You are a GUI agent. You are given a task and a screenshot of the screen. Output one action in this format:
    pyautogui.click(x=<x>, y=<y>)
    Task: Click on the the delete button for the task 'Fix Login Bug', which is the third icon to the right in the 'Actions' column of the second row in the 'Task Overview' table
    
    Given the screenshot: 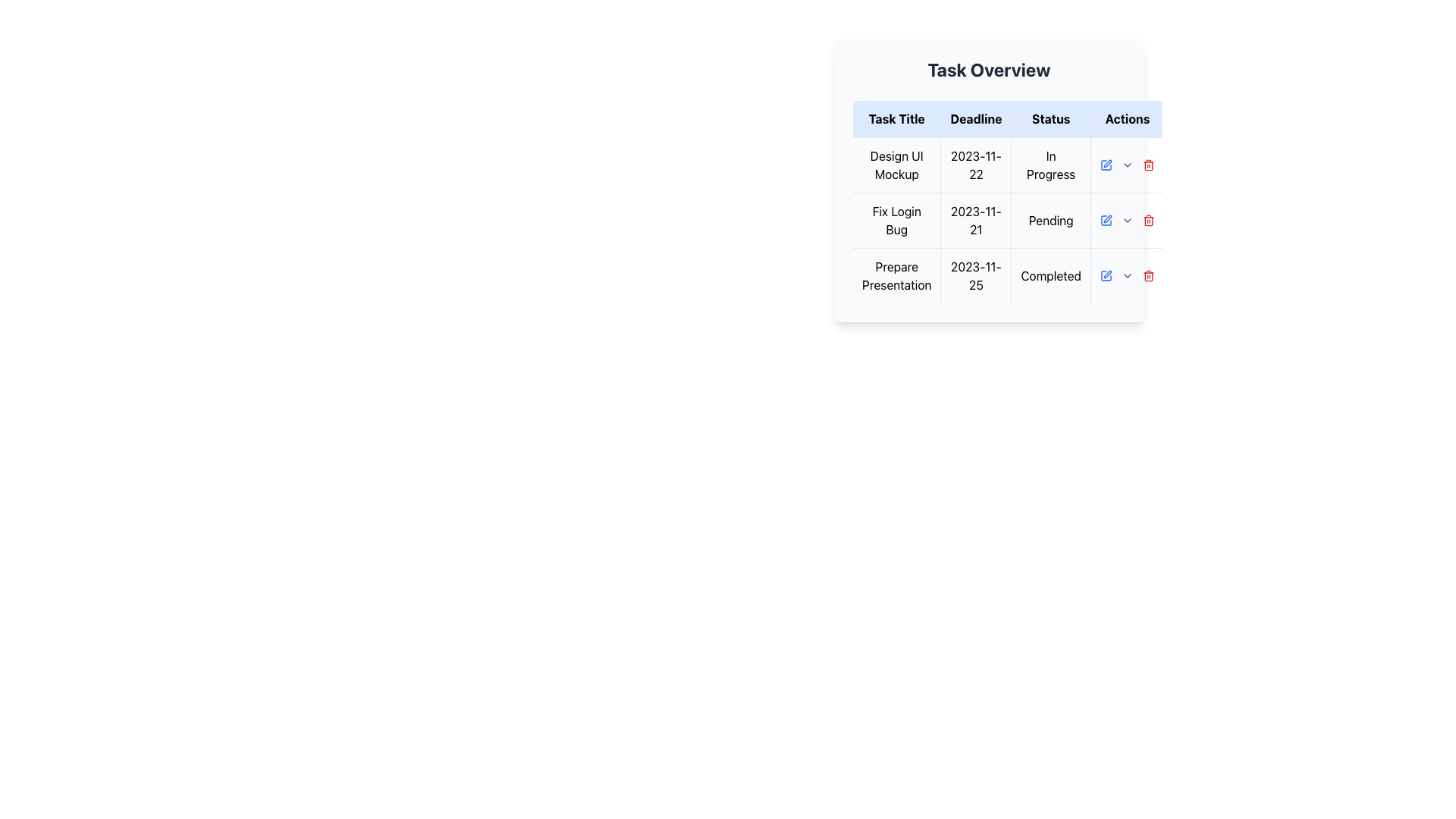 What is the action you would take?
    pyautogui.click(x=1149, y=220)
    